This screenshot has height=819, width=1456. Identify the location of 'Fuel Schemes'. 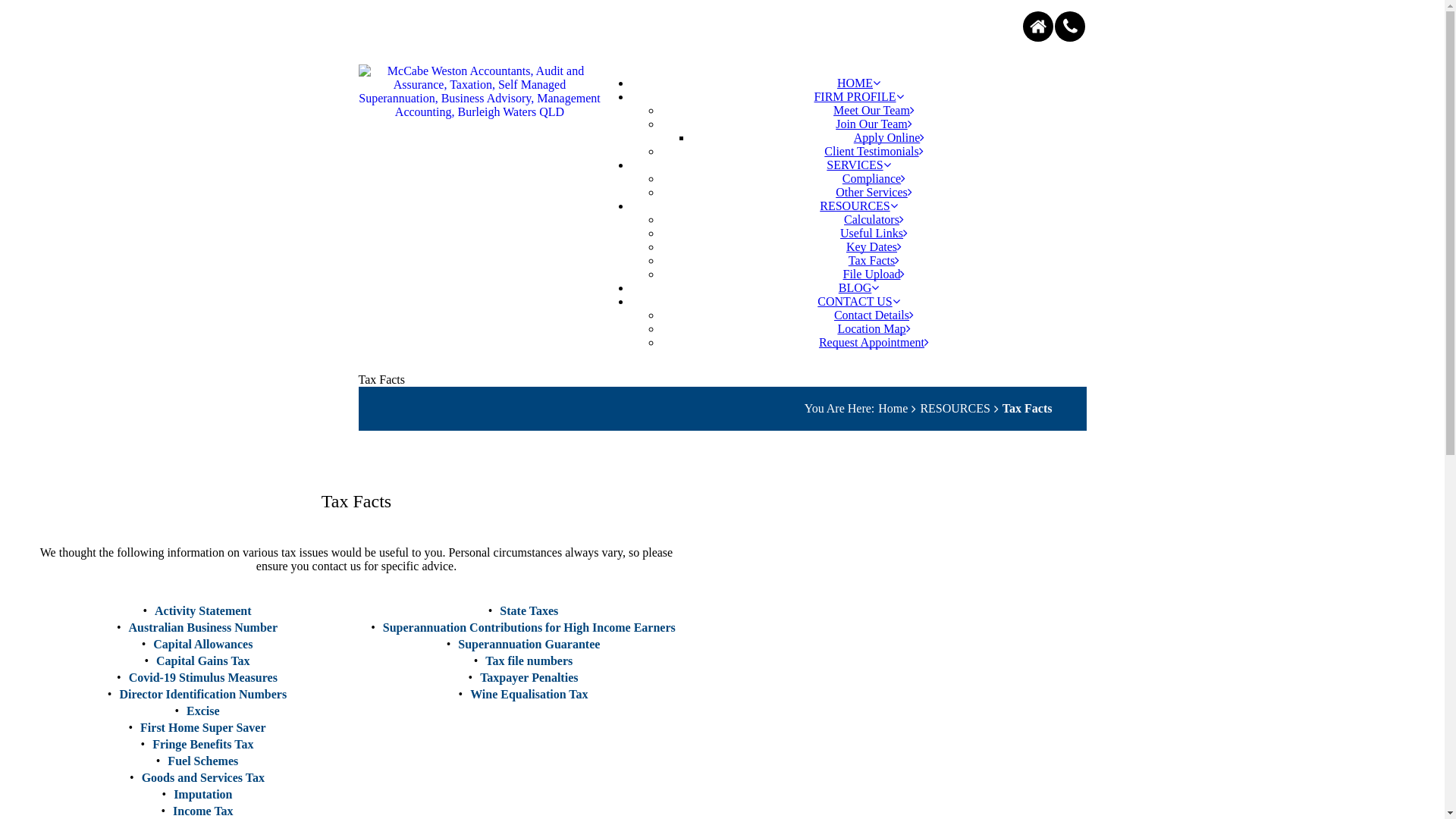
(202, 761).